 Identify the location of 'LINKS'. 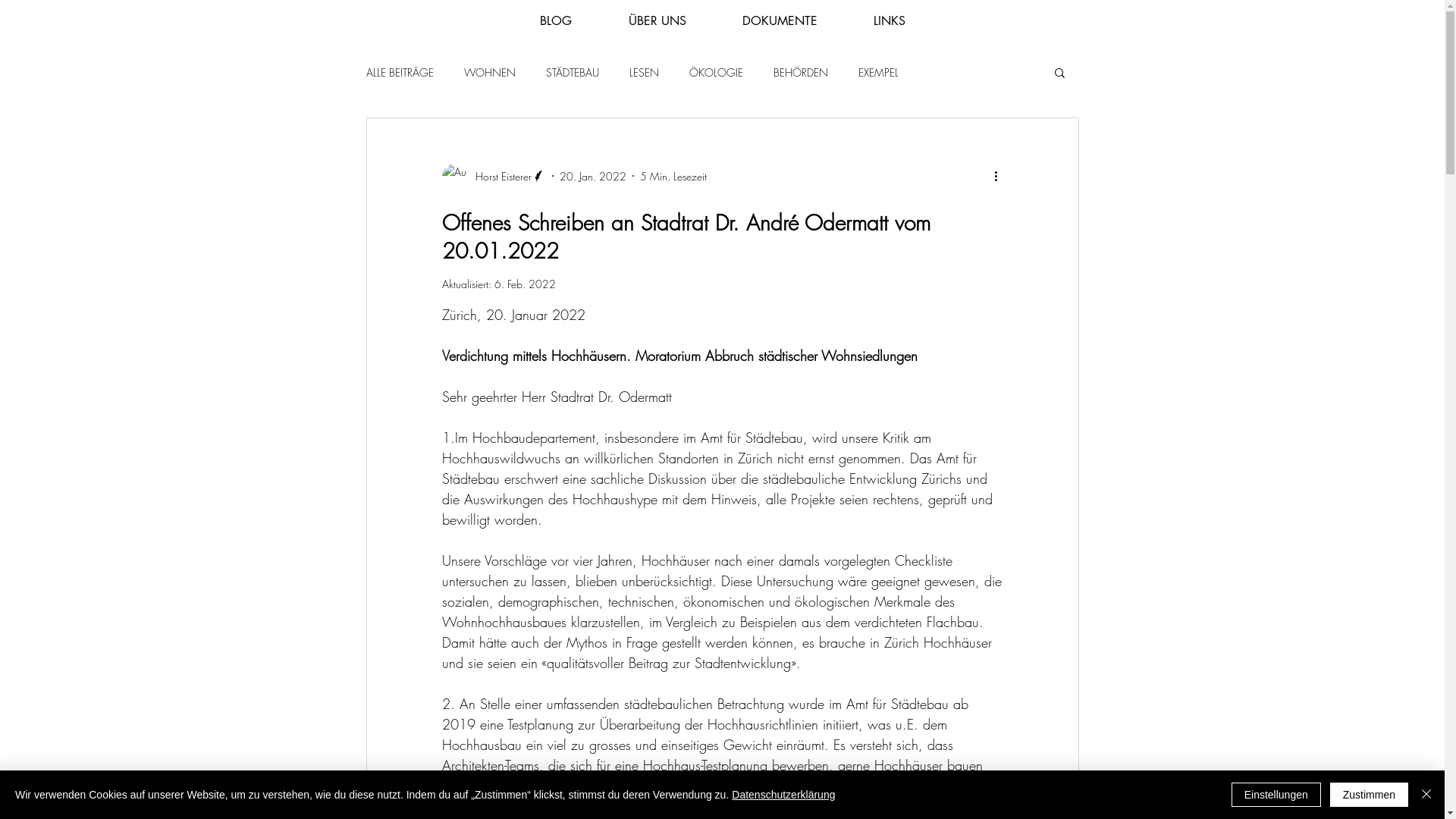
(843, 20).